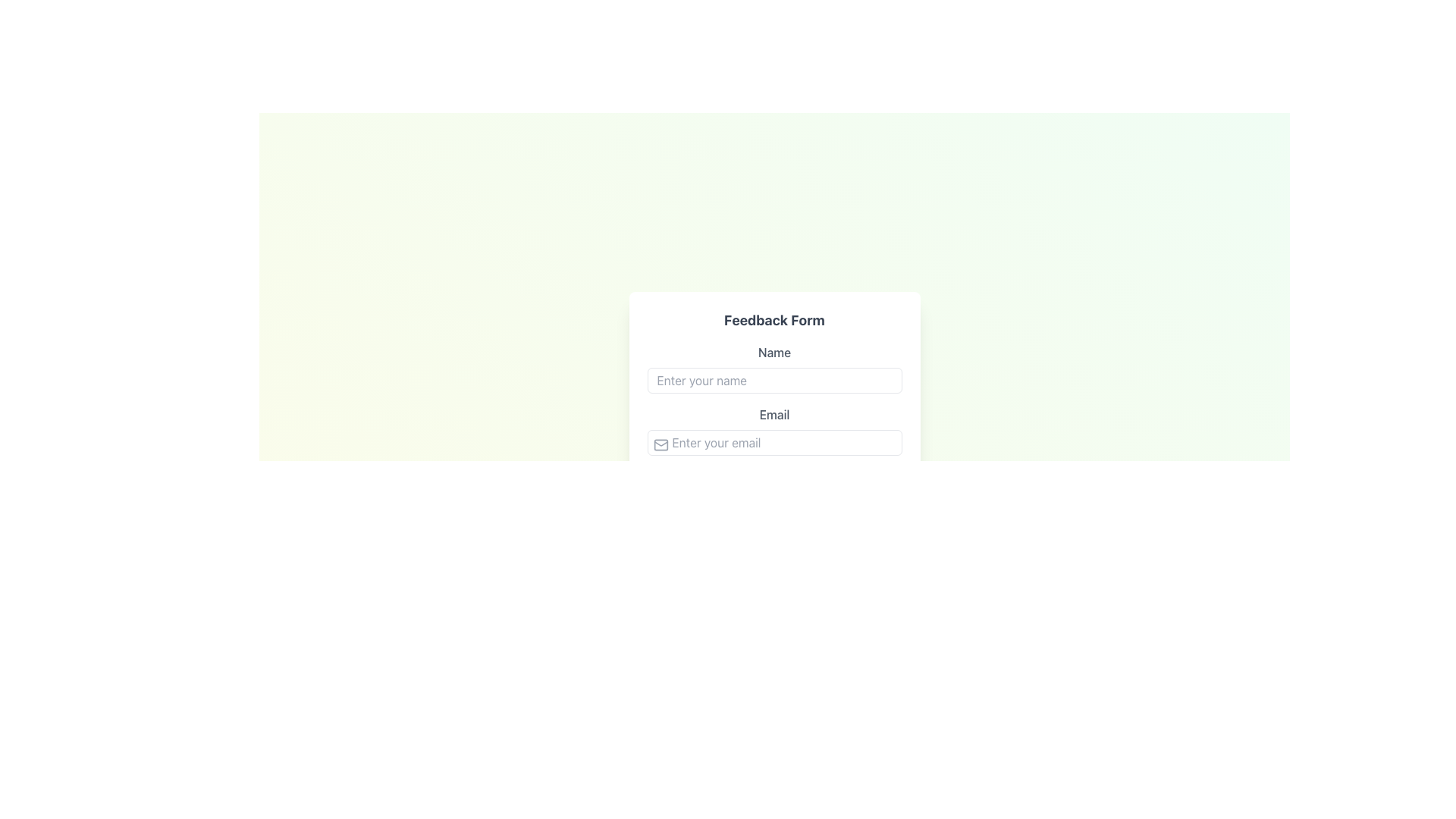  What do you see at coordinates (774, 353) in the screenshot?
I see `the text label that displays the word 'Name', which is styled in gray and positioned above the input field for entering a name` at bounding box center [774, 353].